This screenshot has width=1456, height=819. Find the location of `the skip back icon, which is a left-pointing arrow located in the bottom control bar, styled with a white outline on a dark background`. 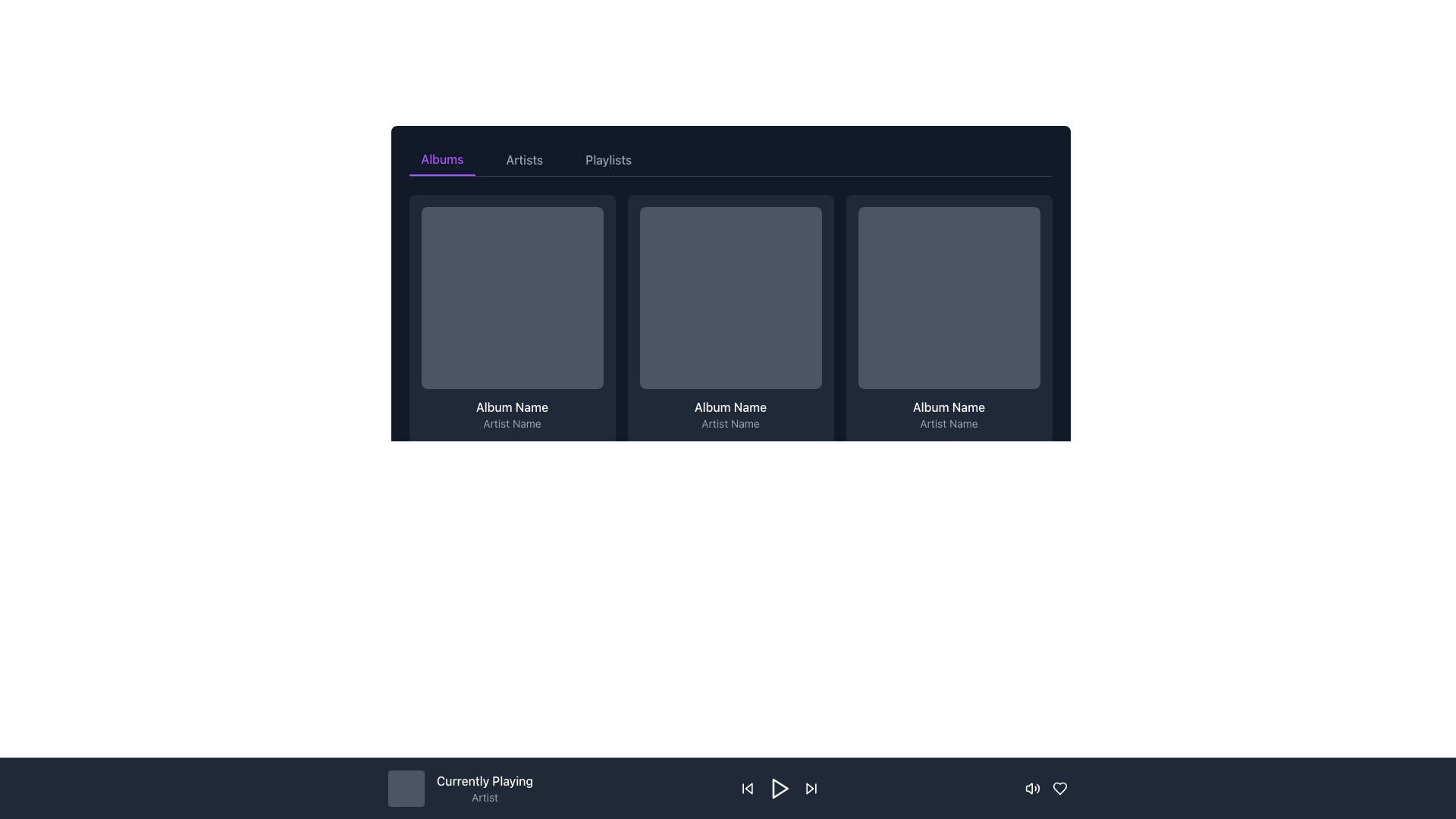

the skip back icon, which is a left-pointing arrow located in the bottom control bar, styled with a white outline on a dark background is located at coordinates (747, 788).